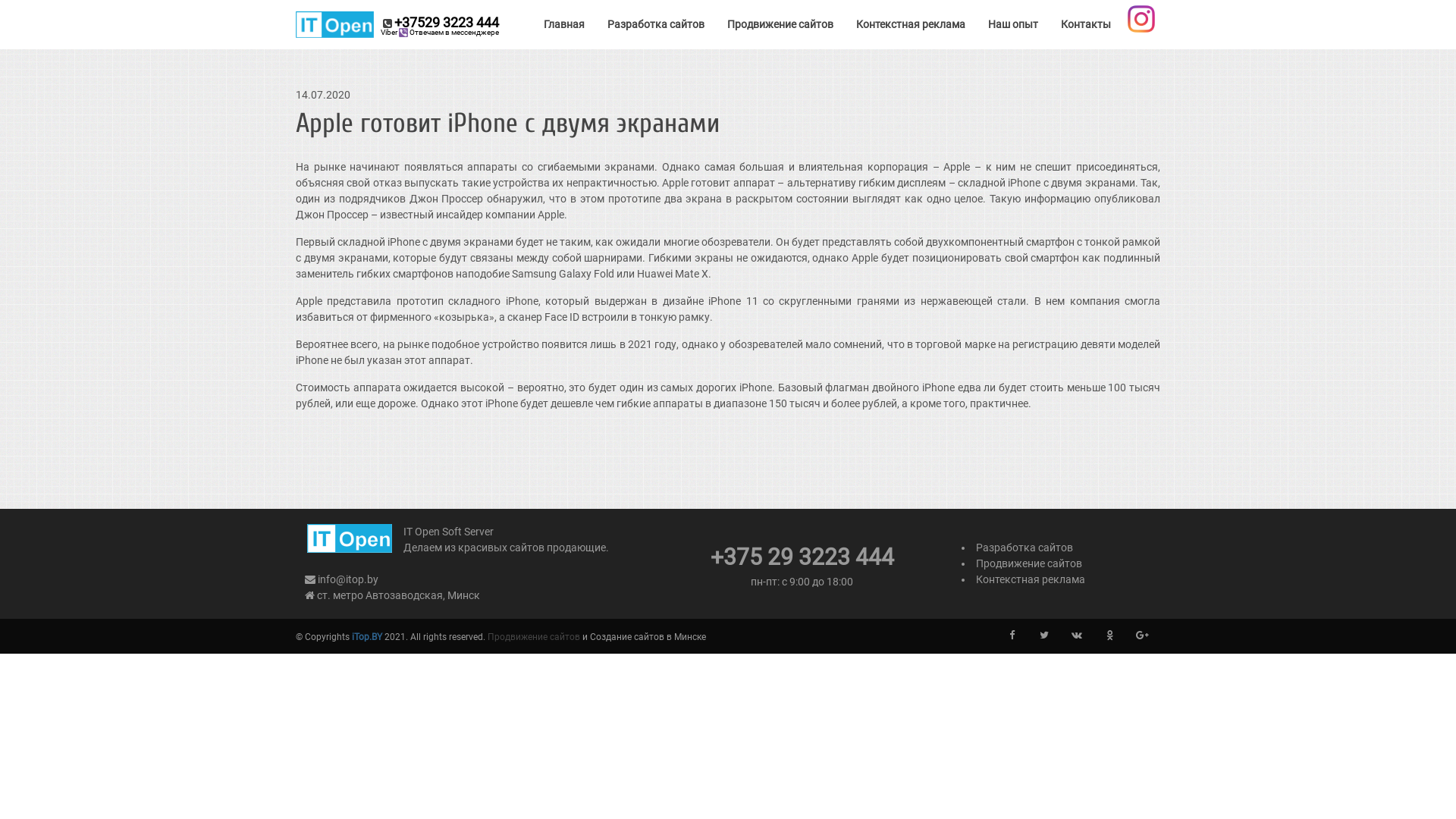 The height and width of the screenshot is (819, 1456). Describe the element at coordinates (800, 561) in the screenshot. I see `'+375 29 3223 444'` at that location.